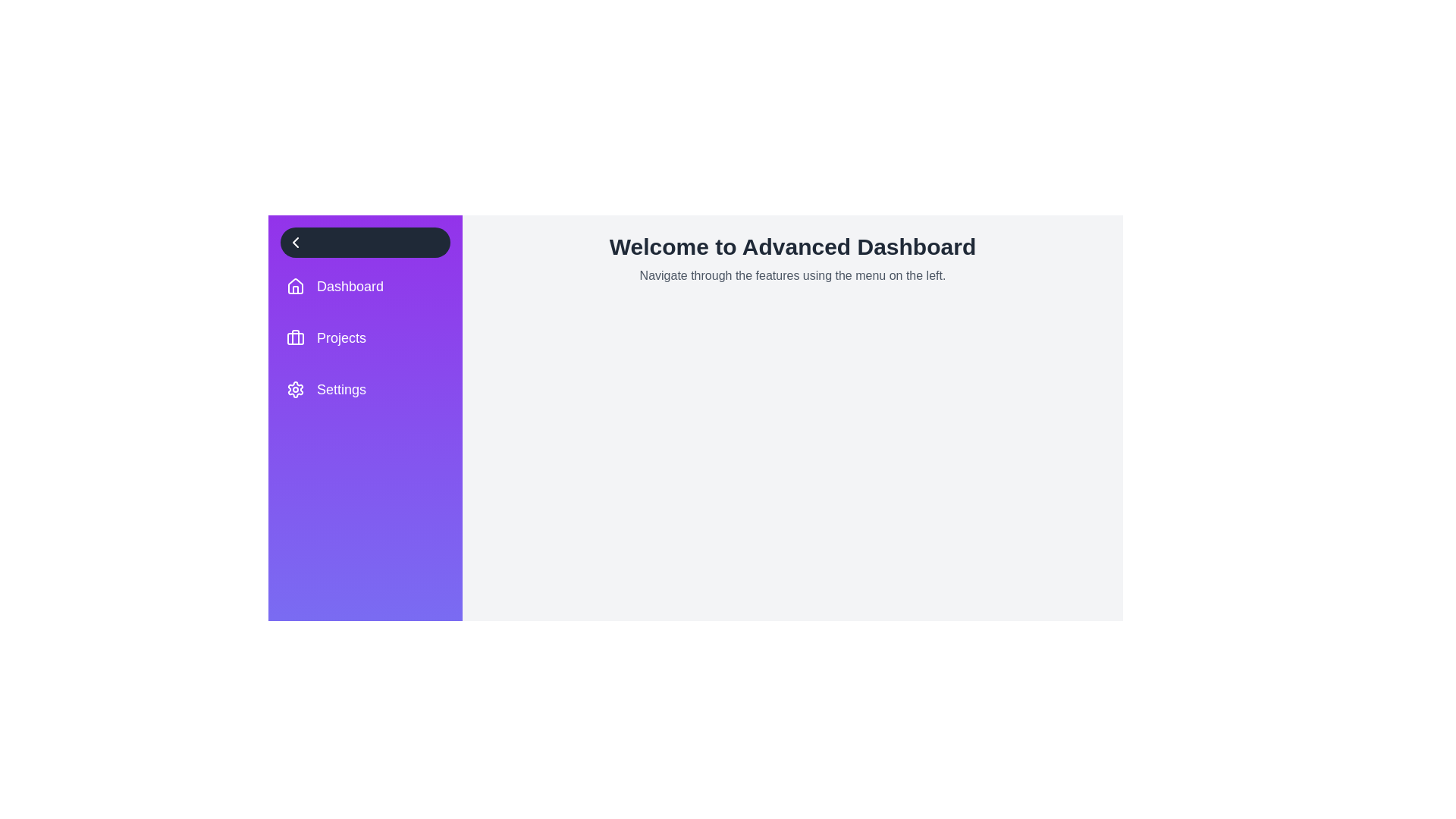 The width and height of the screenshot is (1456, 819). I want to click on the drawer toggle button to toggle the drawer open/close state, so click(365, 242).